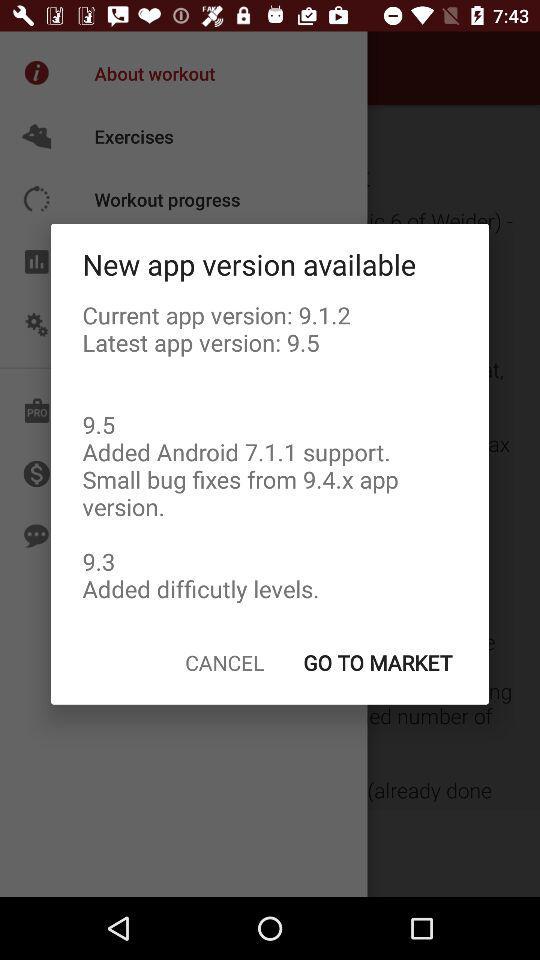 This screenshot has width=540, height=960. Describe the element at coordinates (377, 662) in the screenshot. I see `the icon to the right of cancel icon` at that location.